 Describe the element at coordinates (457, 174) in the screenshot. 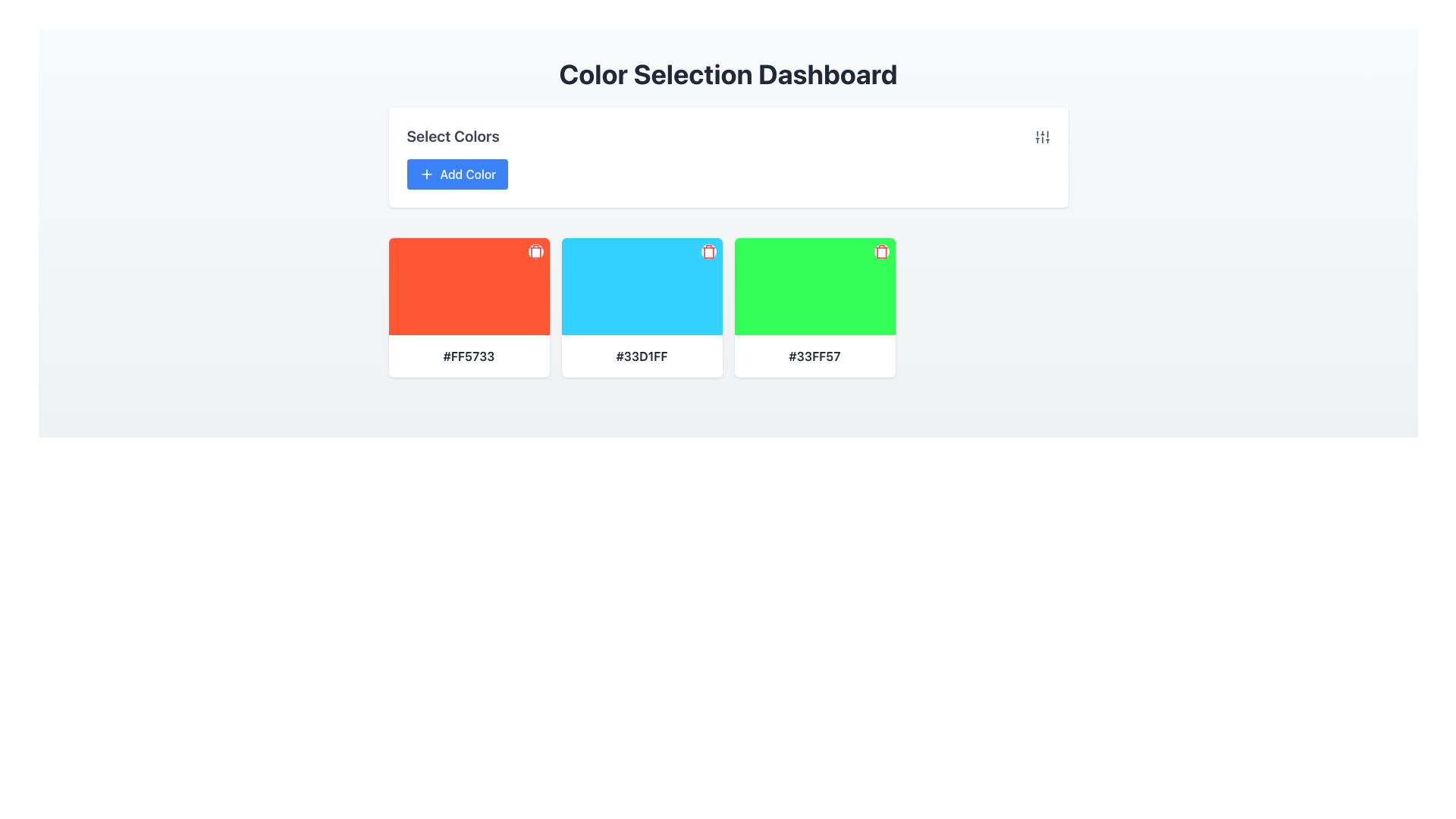

I see `the button located to the right of the title 'Select Colors'` at that location.